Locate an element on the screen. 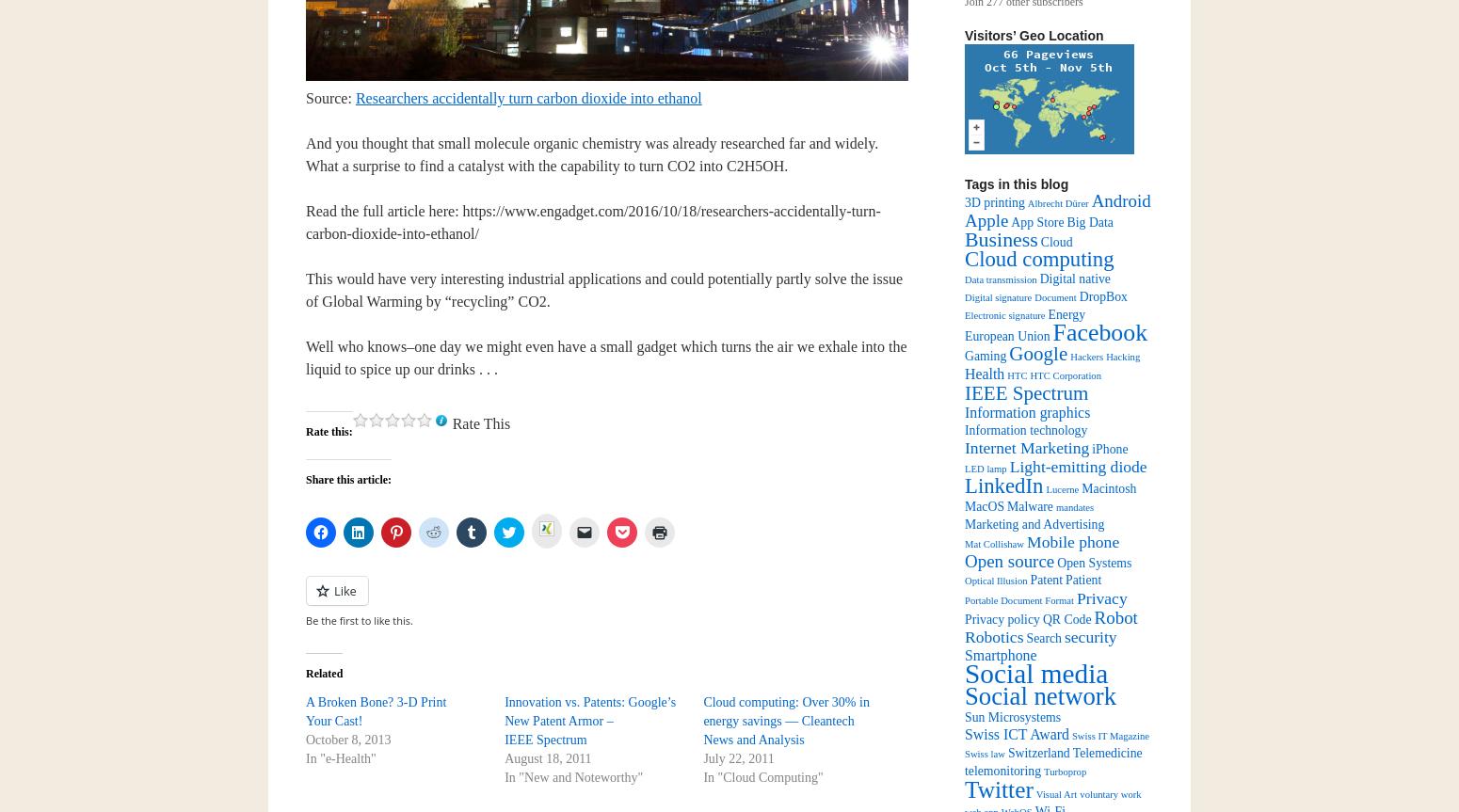 This screenshot has width=1459, height=812. 'Marketing and Advertising' is located at coordinates (1033, 524).